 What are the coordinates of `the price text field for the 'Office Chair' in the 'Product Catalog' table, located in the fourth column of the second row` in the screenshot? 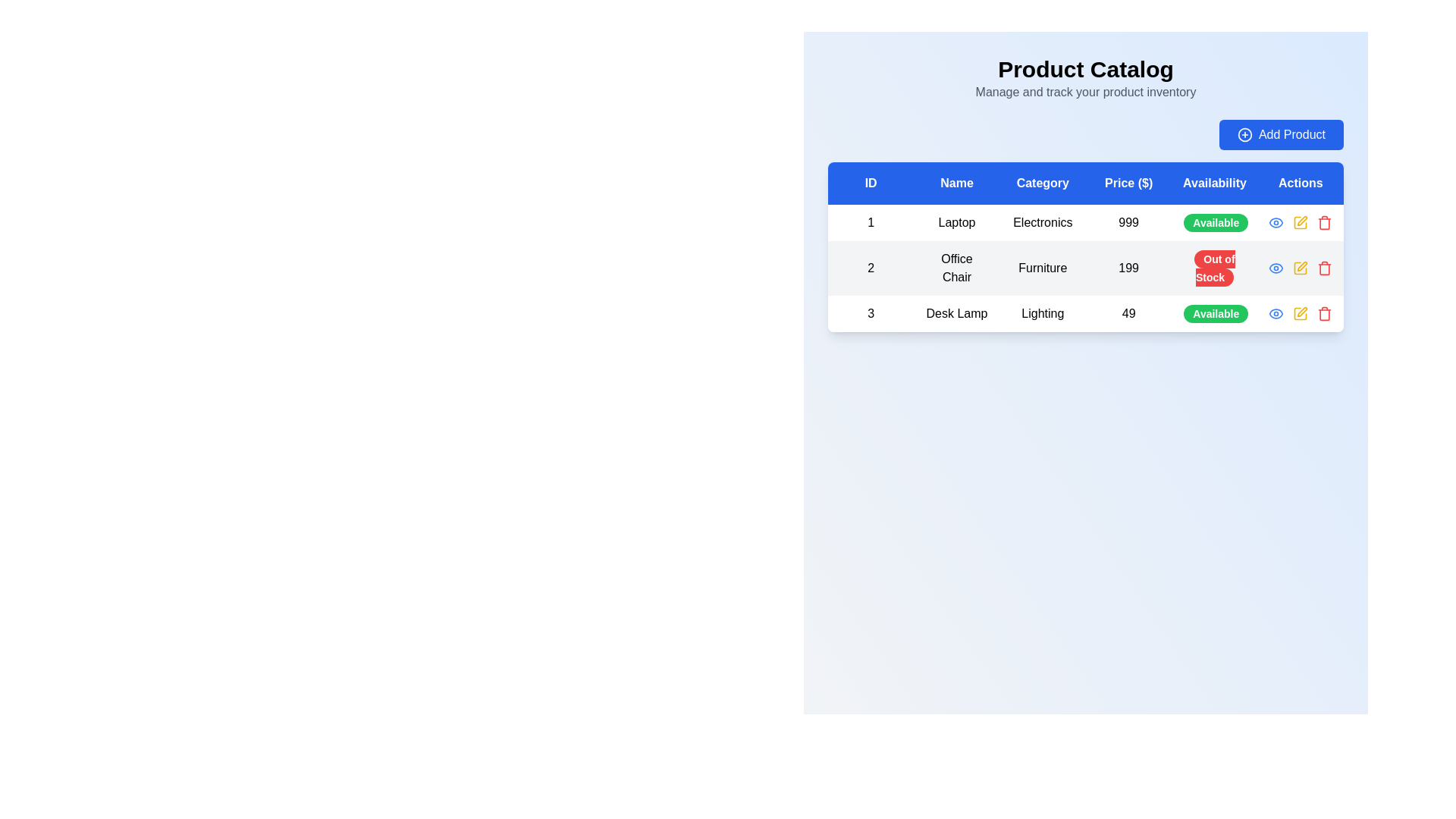 It's located at (1128, 268).